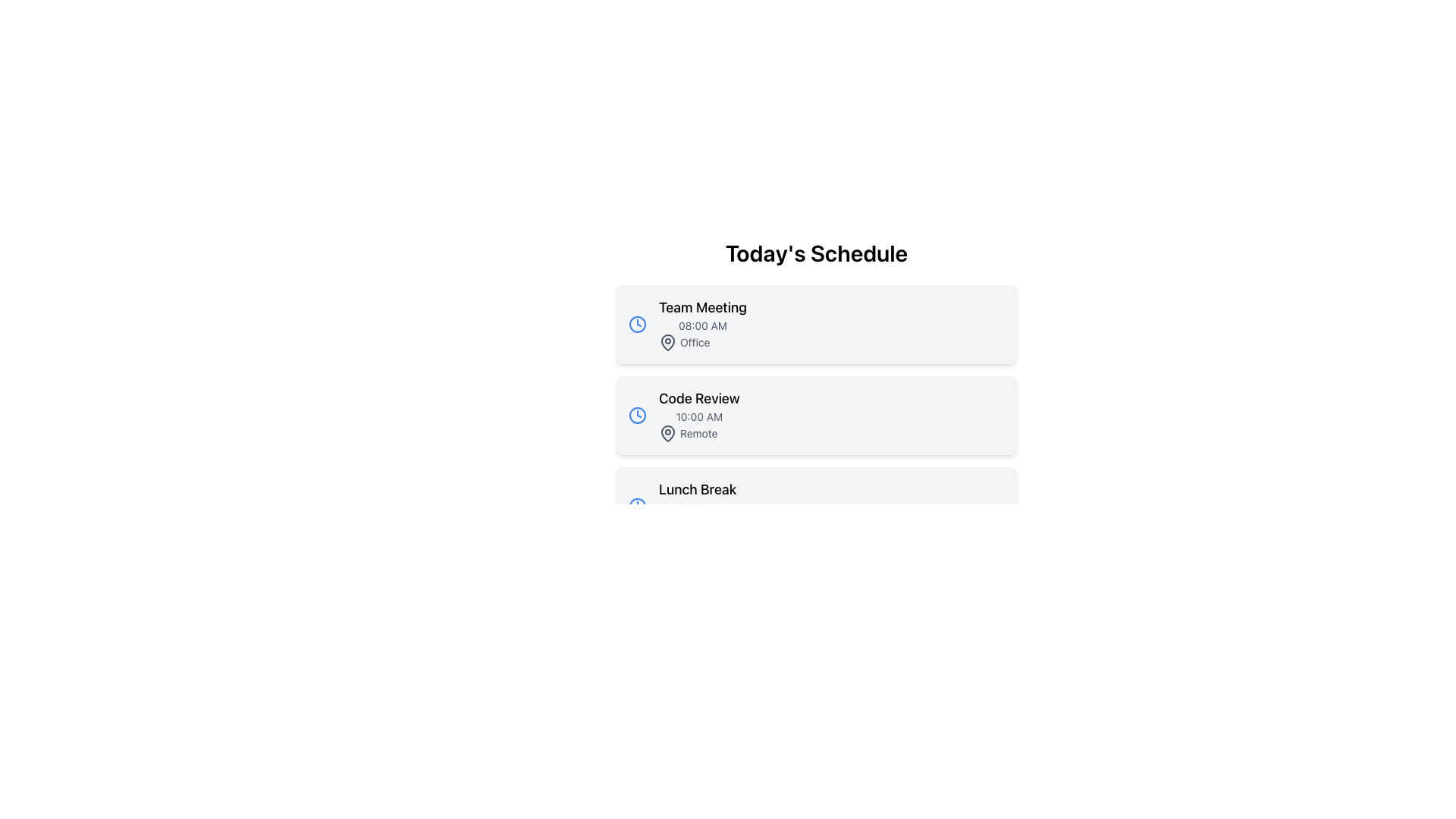 The image size is (1456, 819). What do you see at coordinates (637, 506) in the screenshot?
I see `the small blue clock icon located at the leftmost side of the 'Lunch Break' text block, which is part of the third vertical event block` at bounding box center [637, 506].